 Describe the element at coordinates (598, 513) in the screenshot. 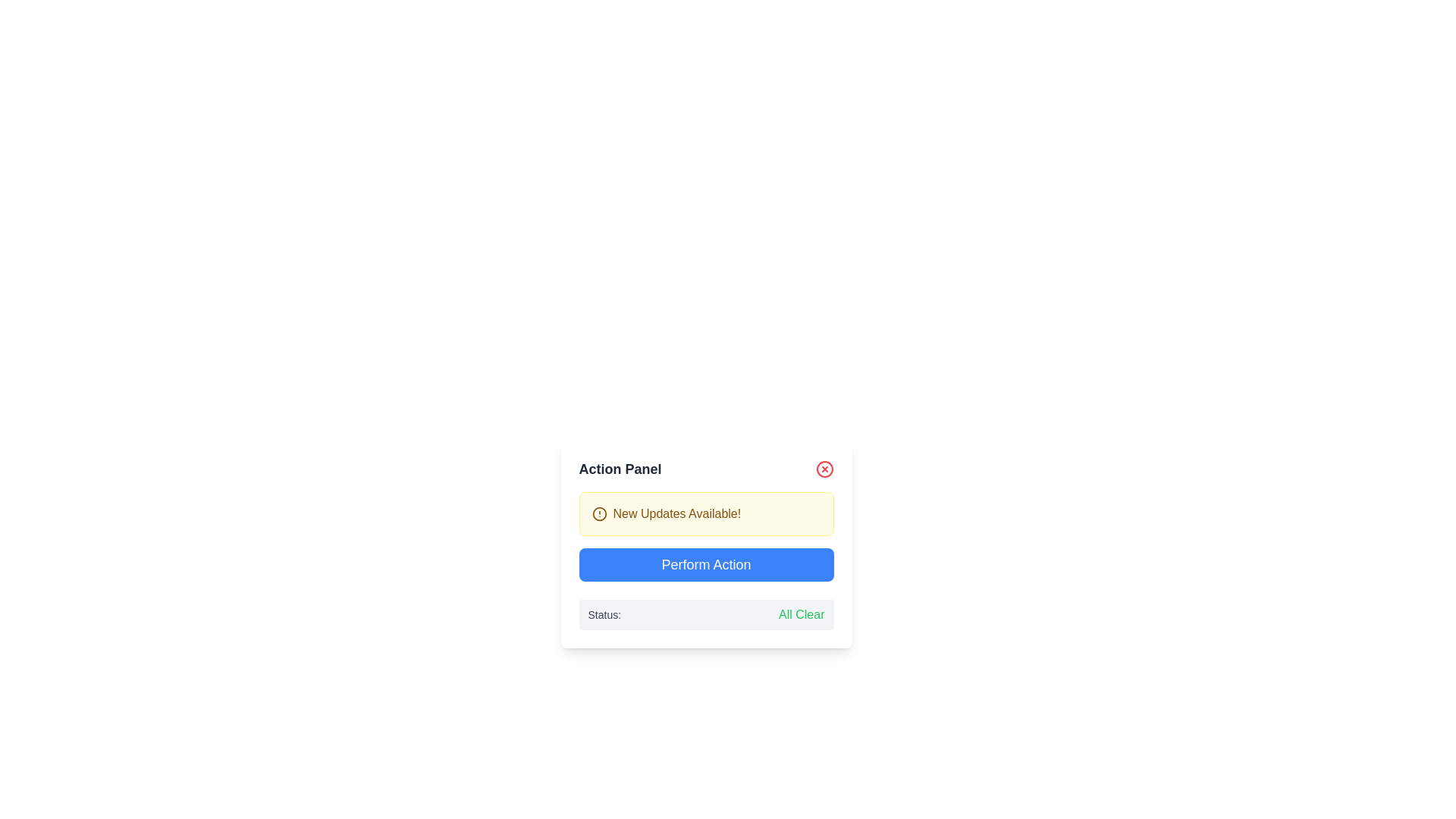

I see `the circular icon with an alert symbol inside, which is positioned to the left of the text 'New Updates Available!' in the yellow alert box` at that location.